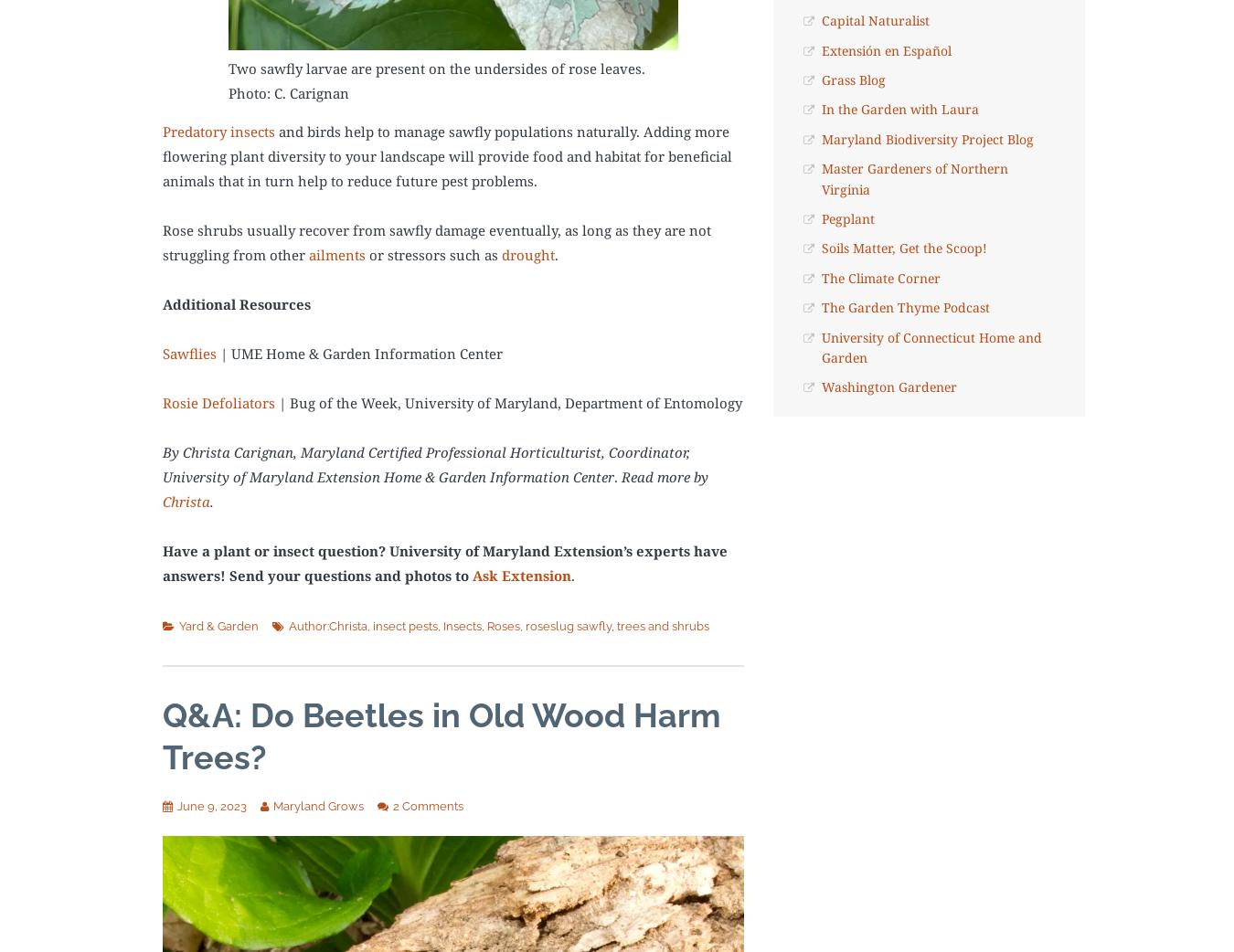 The width and height of the screenshot is (1234, 952). Describe the element at coordinates (821, 109) in the screenshot. I see `'In the Garden with Laura'` at that location.